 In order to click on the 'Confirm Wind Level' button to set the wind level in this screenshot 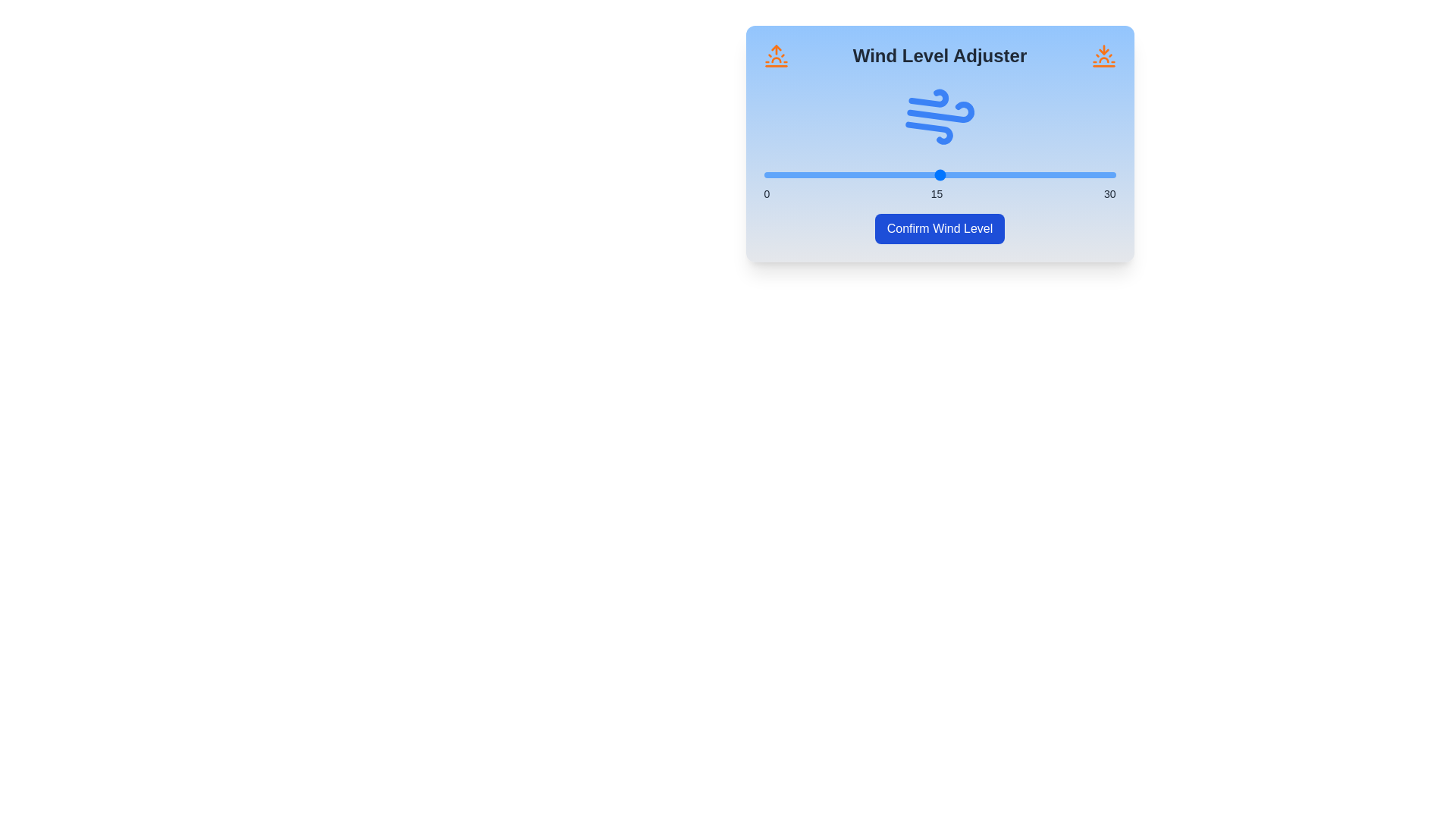, I will do `click(939, 228)`.